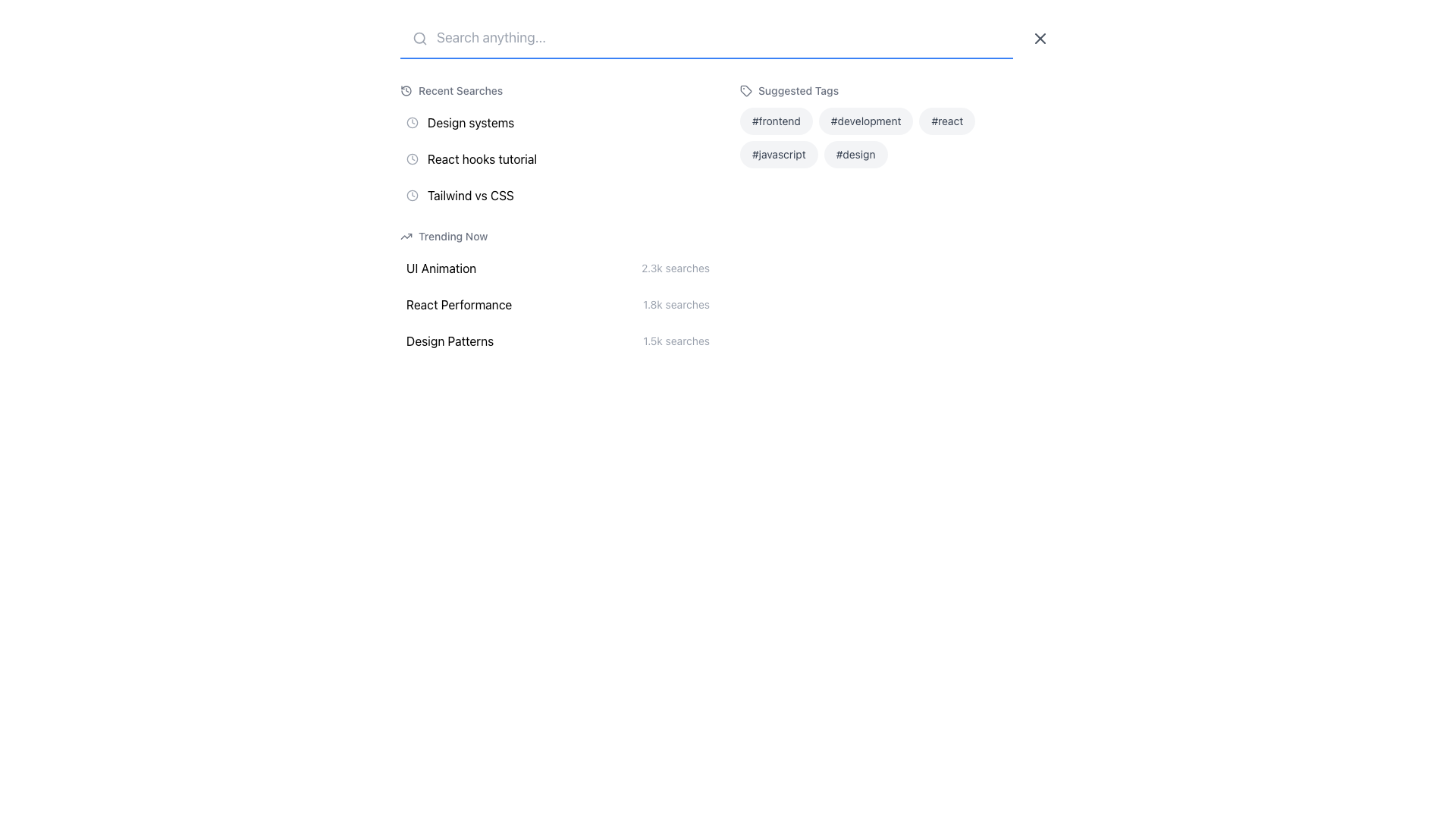 This screenshot has height=819, width=1456. I want to click on the vector tag icon located in the 'Suggested Tags' section at the top-right corner of the interface, so click(745, 90).